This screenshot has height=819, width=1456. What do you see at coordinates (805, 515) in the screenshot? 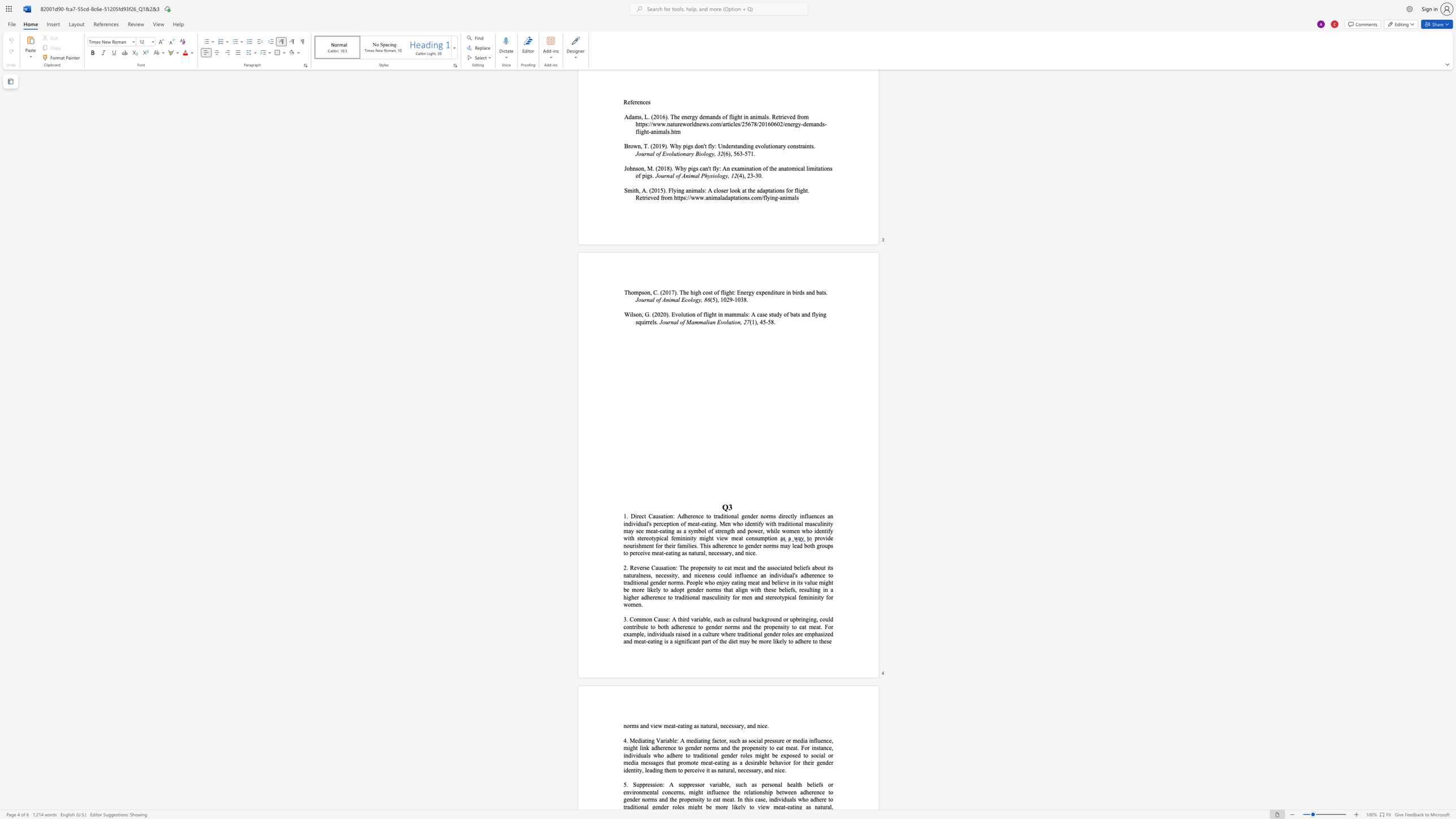
I see `the 1th character "f" in the text` at bounding box center [805, 515].